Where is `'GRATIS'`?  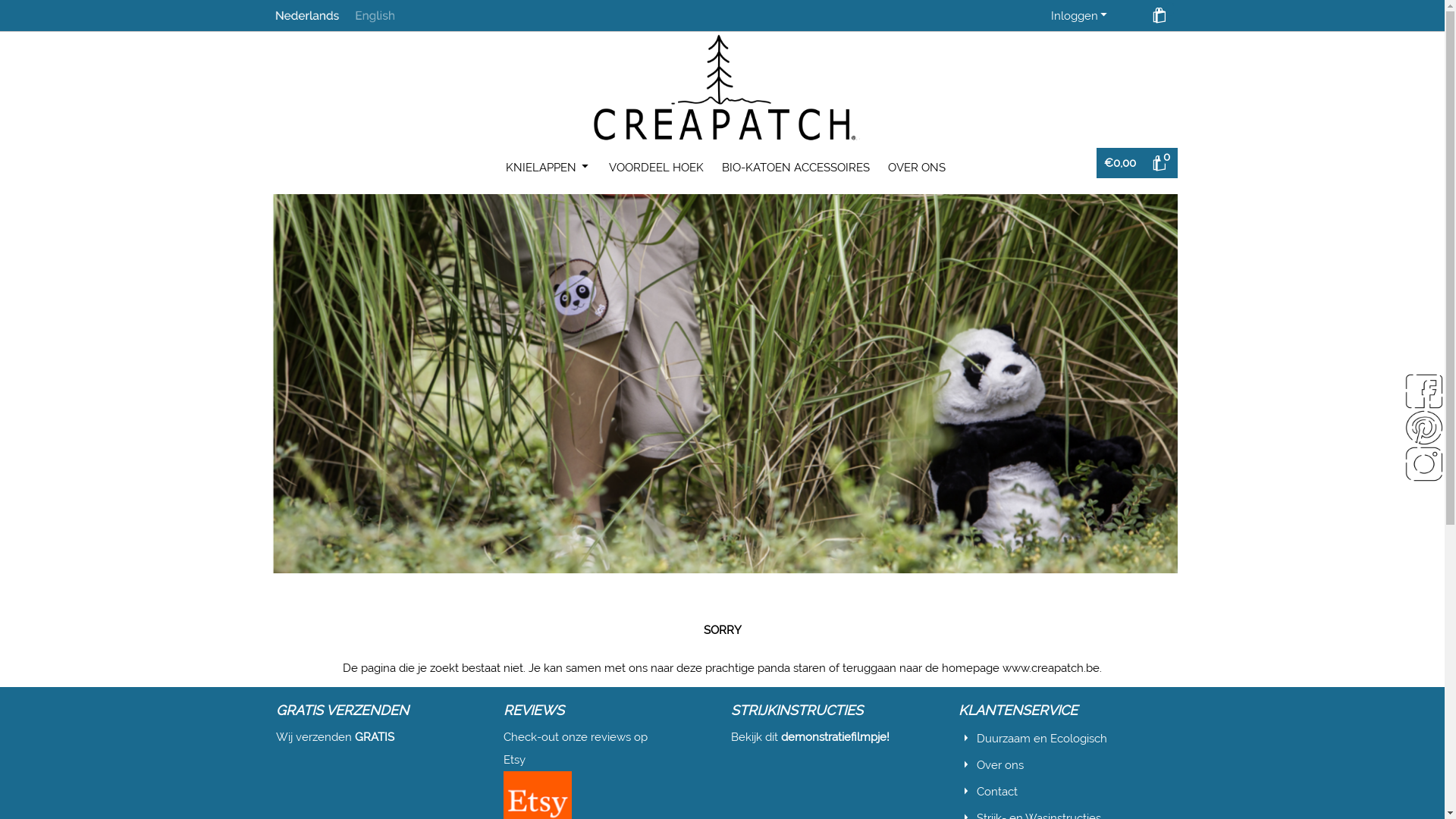
'GRATIS' is located at coordinates (375, 736).